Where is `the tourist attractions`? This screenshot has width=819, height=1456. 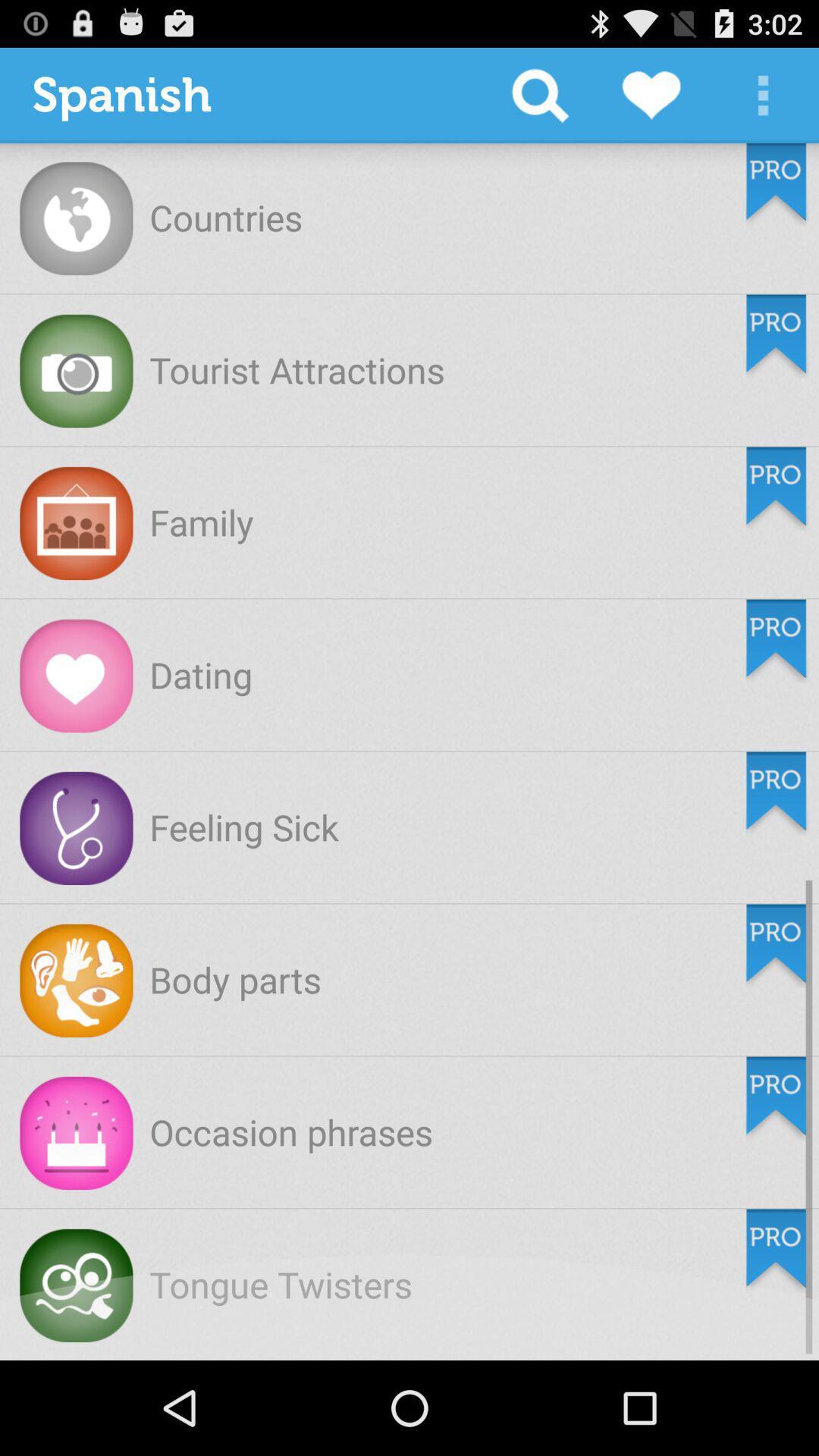 the tourist attractions is located at coordinates (297, 369).